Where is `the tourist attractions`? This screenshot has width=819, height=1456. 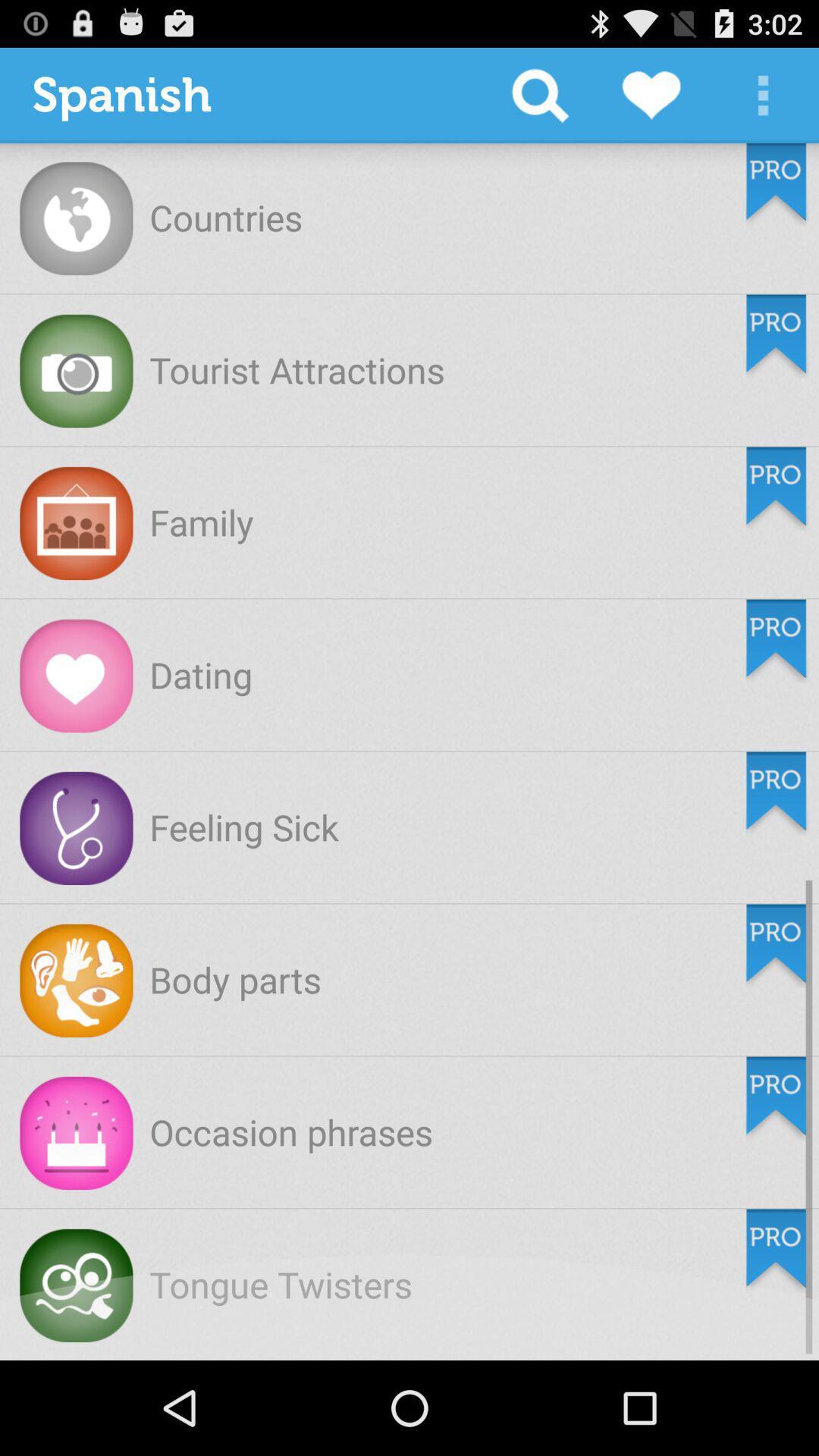 the tourist attractions is located at coordinates (297, 369).